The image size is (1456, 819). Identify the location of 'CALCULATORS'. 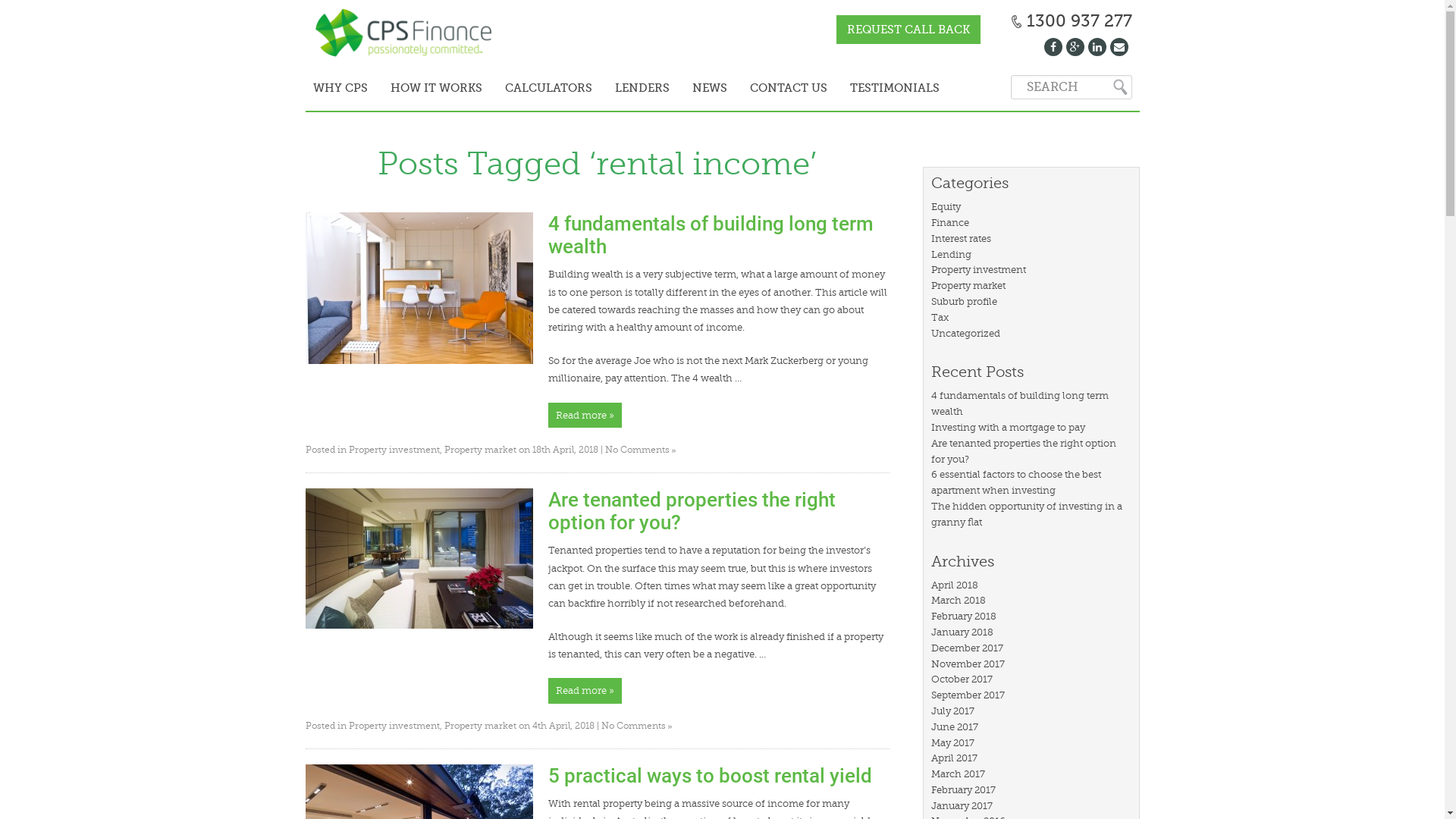
(547, 86).